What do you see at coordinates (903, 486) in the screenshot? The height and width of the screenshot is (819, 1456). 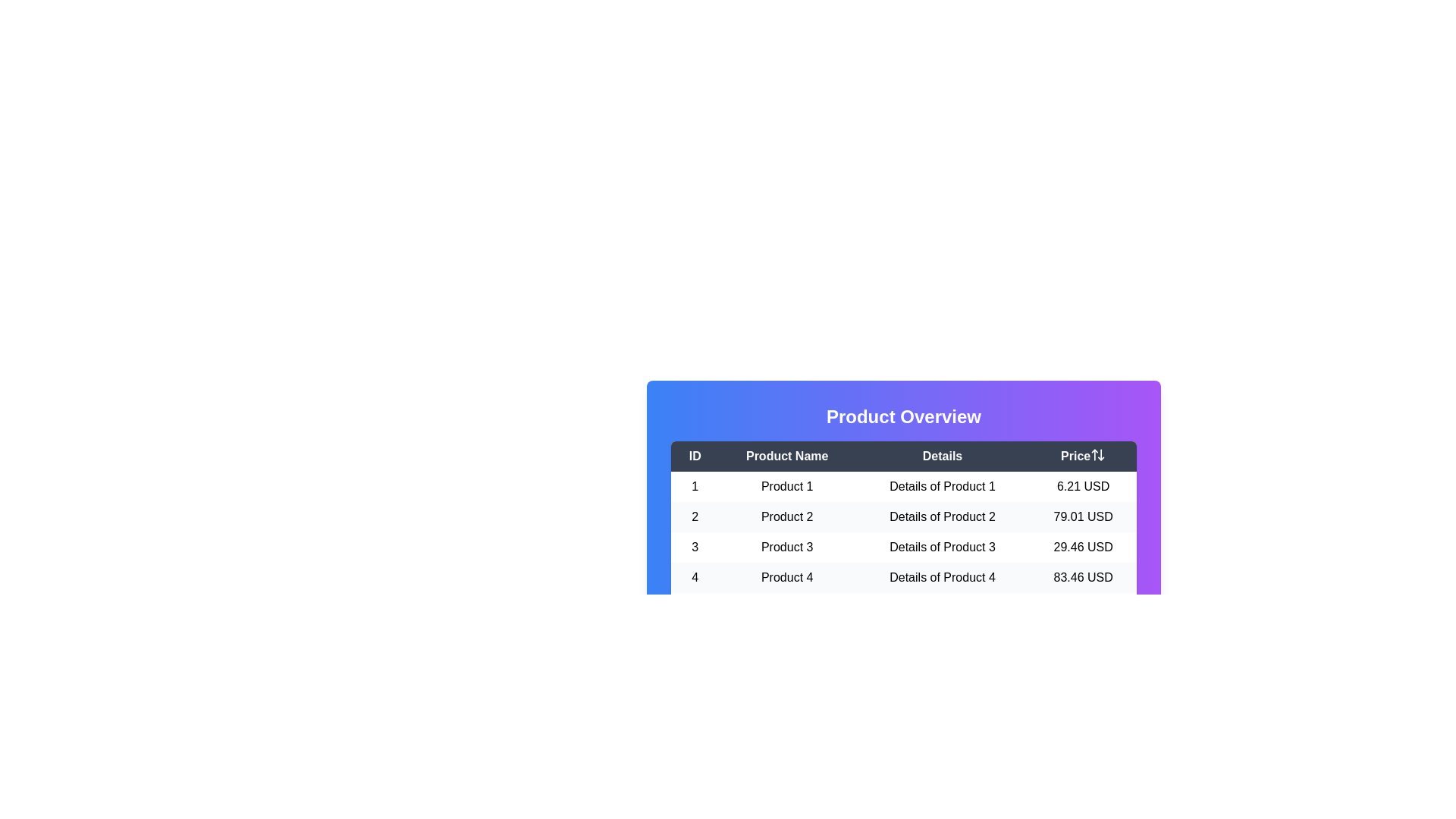 I see `the row corresponding to 1` at bounding box center [903, 486].